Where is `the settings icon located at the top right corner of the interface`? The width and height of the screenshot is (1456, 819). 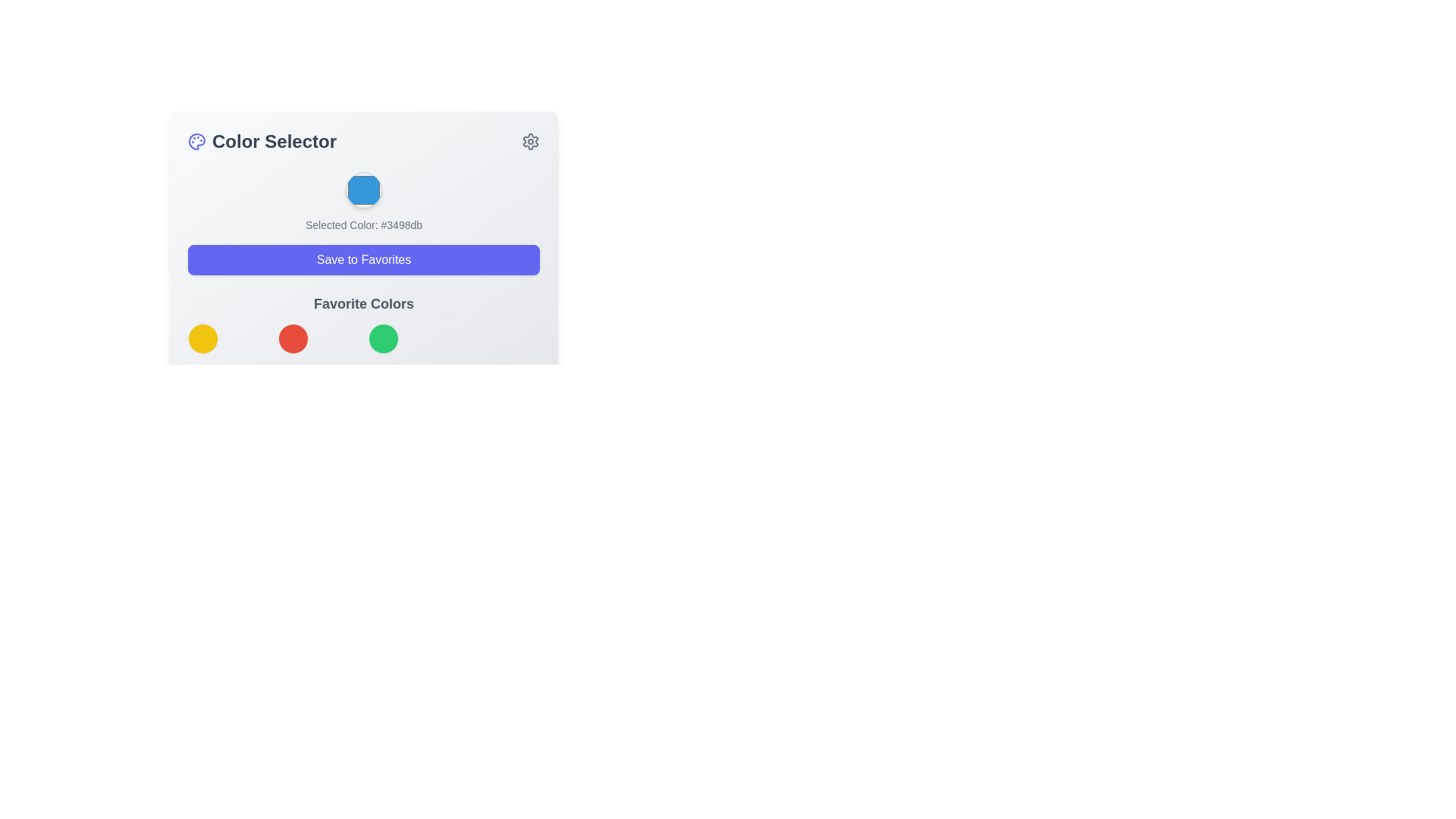 the settings icon located at the top right corner of the interface is located at coordinates (531, 141).